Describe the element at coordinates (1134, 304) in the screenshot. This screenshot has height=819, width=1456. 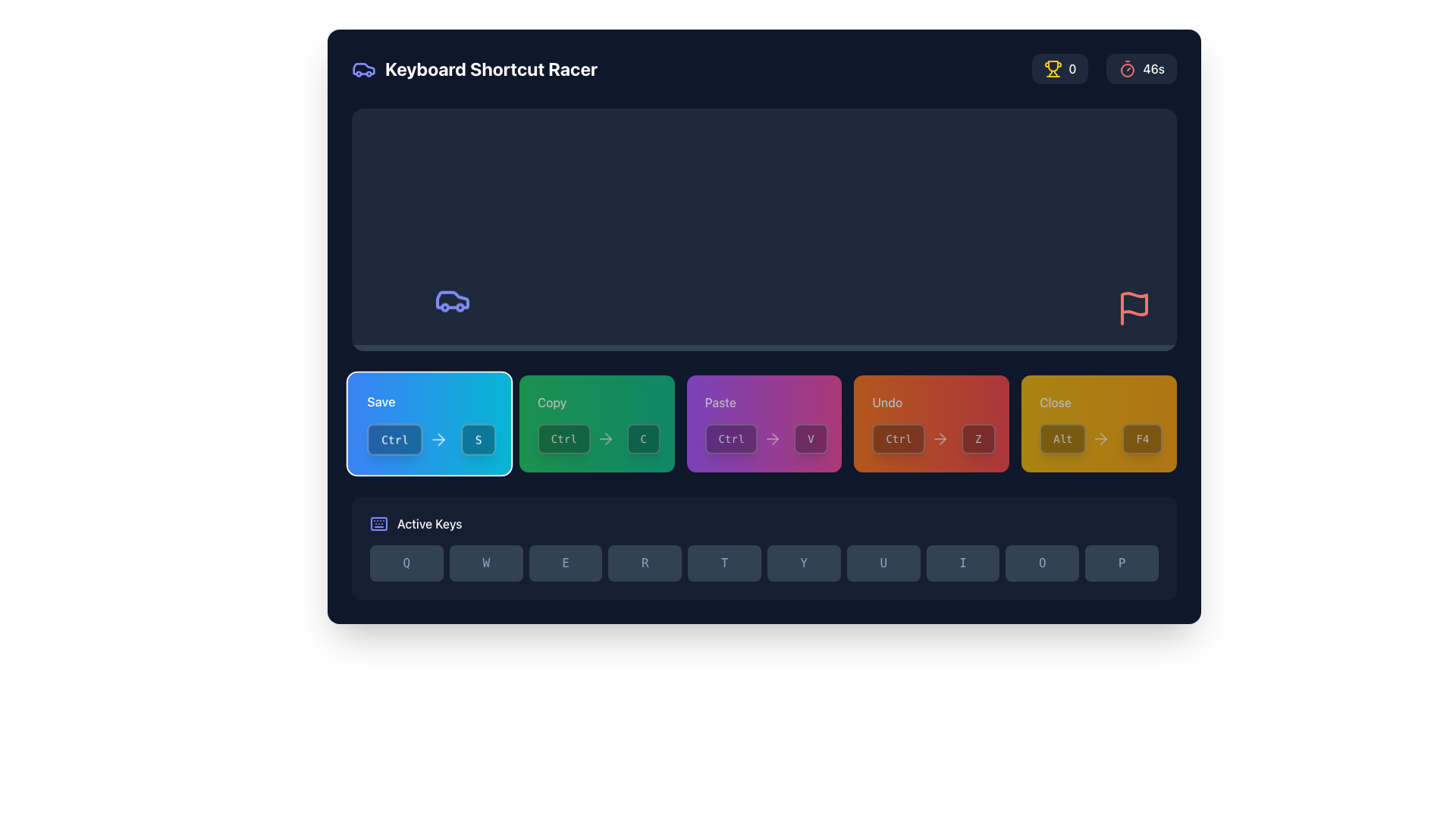
I see `the icon located at the bottom-right corner of the primary interactive area, which serves as a marker or indicator for a status, action, or goal` at that location.